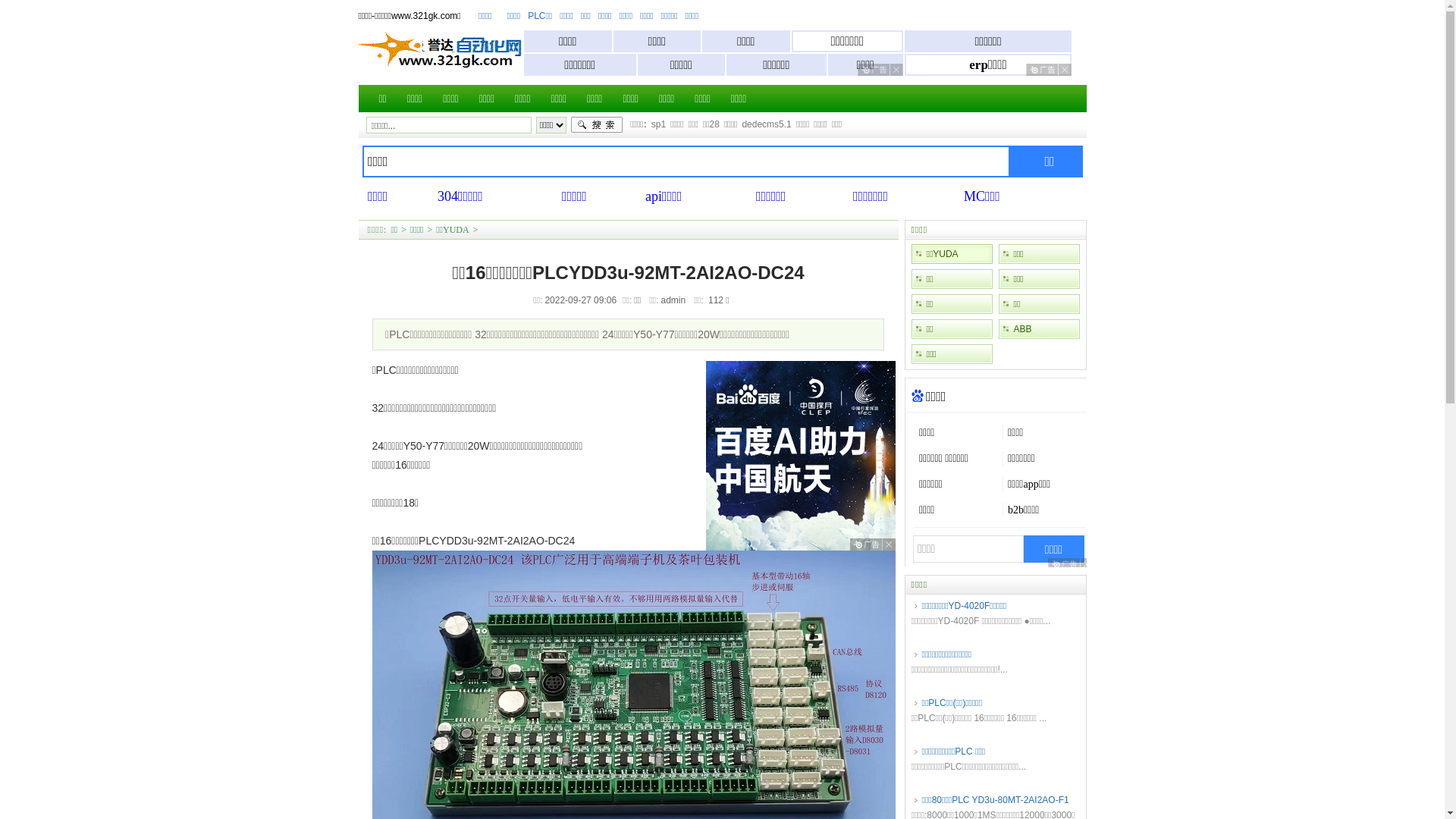  I want to click on 'sp1', so click(658, 124).